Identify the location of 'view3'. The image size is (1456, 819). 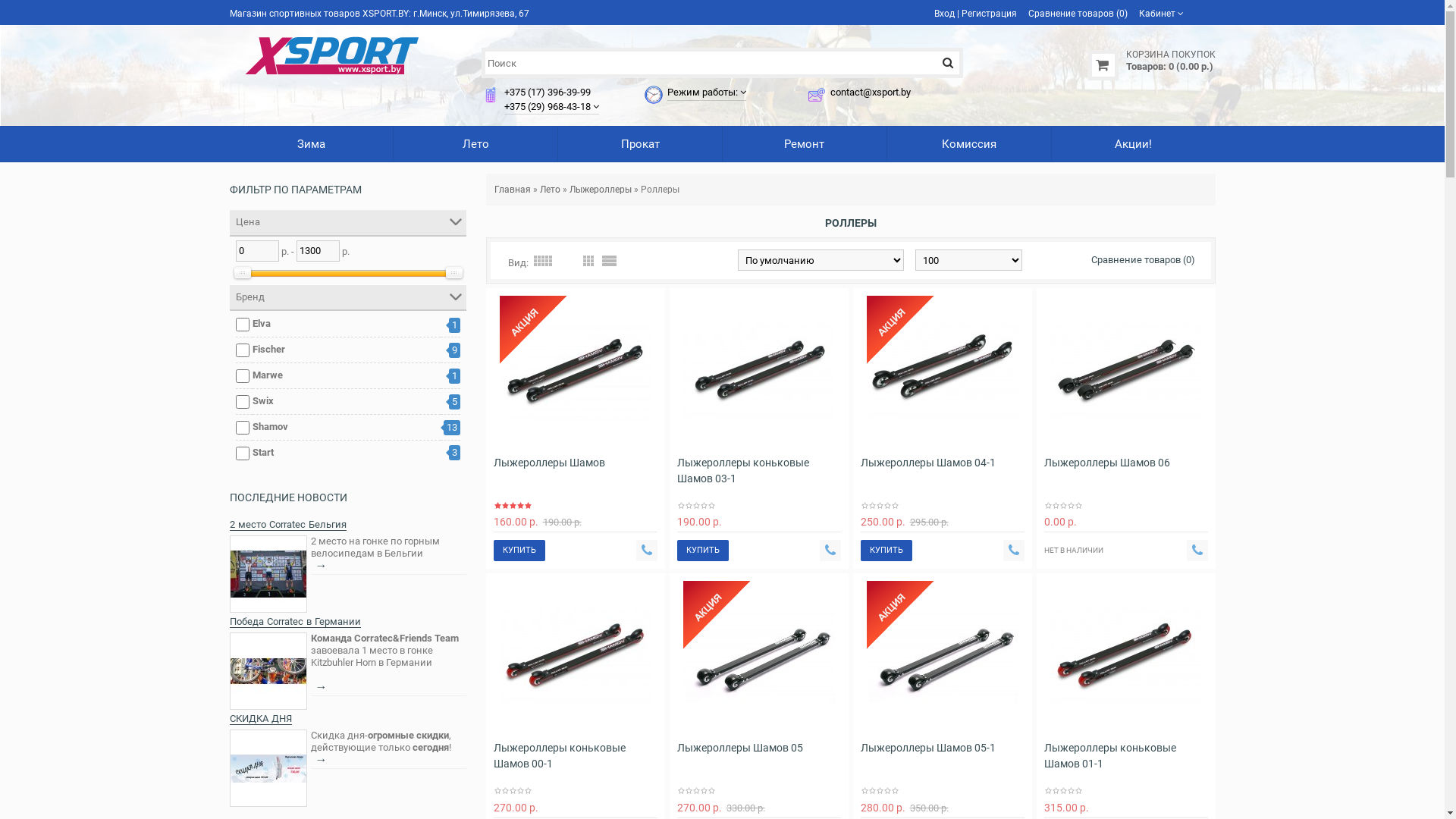
(586, 259).